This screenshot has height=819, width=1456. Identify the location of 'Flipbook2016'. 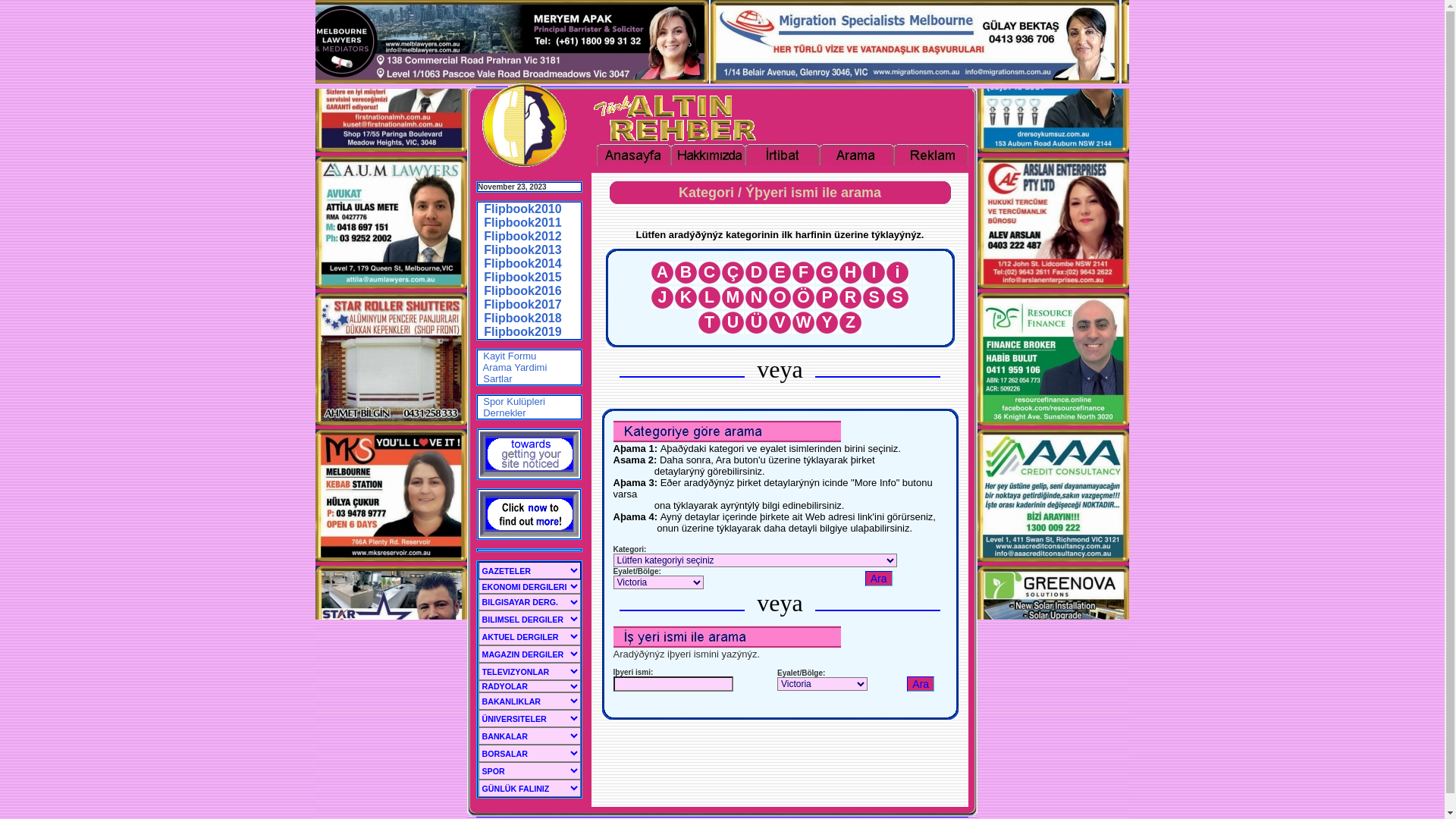
(522, 290).